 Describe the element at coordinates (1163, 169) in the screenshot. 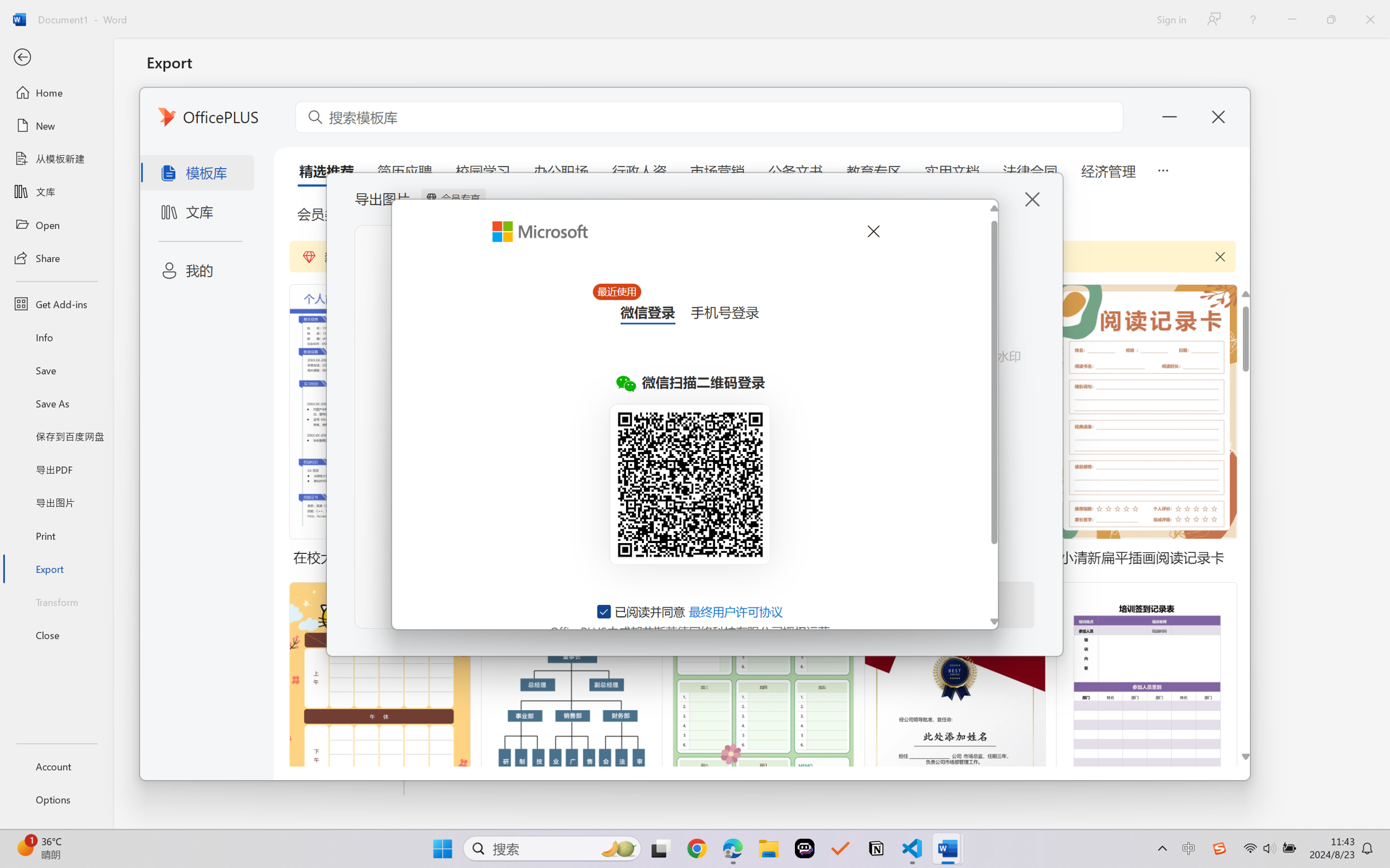

I see `'5 more tabs'` at that location.